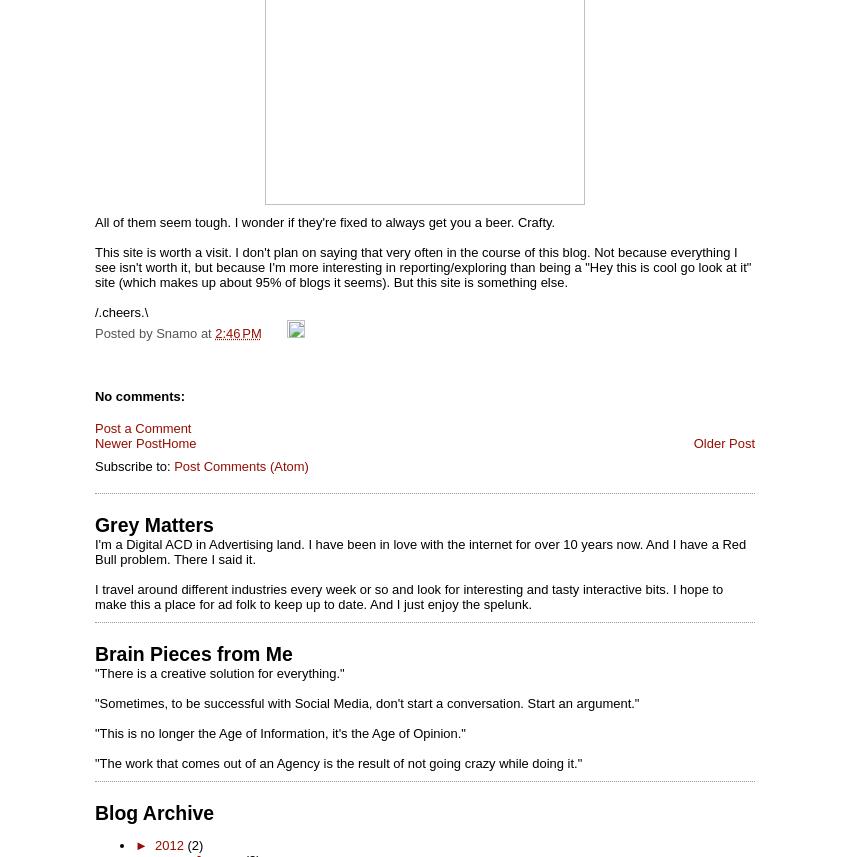  What do you see at coordinates (193, 844) in the screenshot?
I see `'(2)'` at bounding box center [193, 844].